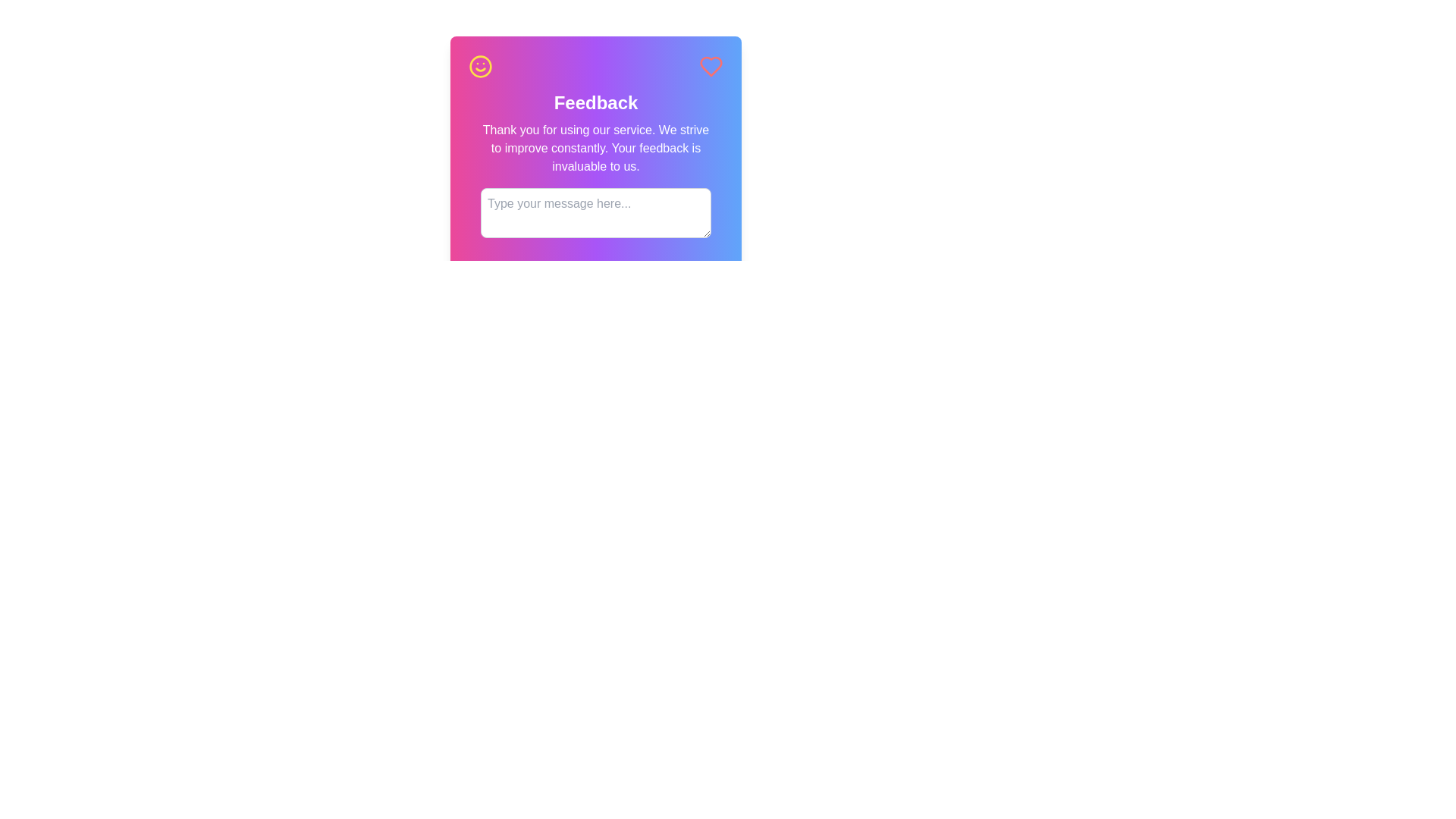 The height and width of the screenshot is (819, 1456). Describe the element at coordinates (479, 66) in the screenshot. I see `the decorative icon representing a smiley face, which is a cheerful yellow icon with a circular outline, located at the top-left corner of the feedback form, adjacent to the title 'Feedback'` at that location.